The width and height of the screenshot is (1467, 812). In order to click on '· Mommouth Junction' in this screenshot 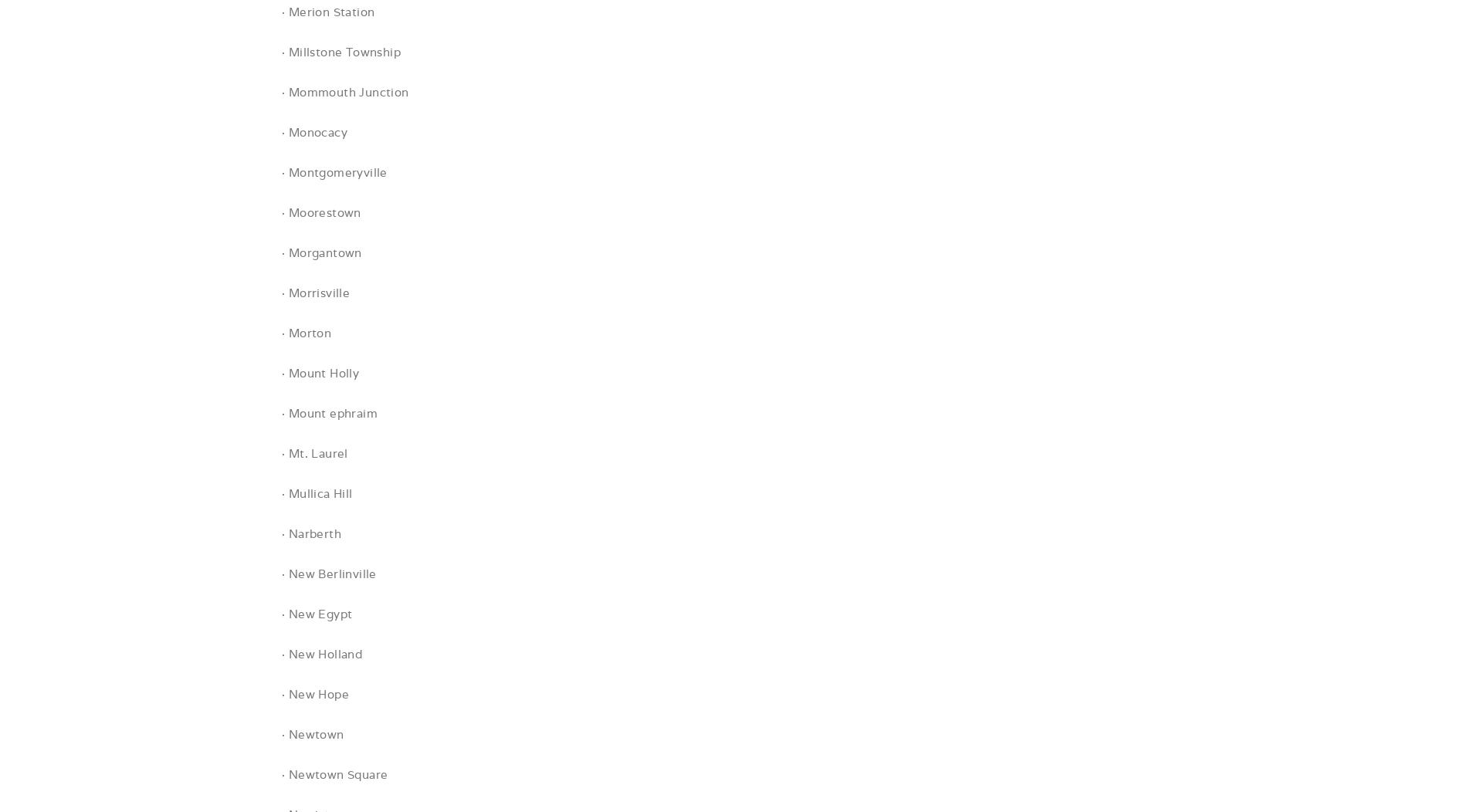, I will do `click(344, 92)`.